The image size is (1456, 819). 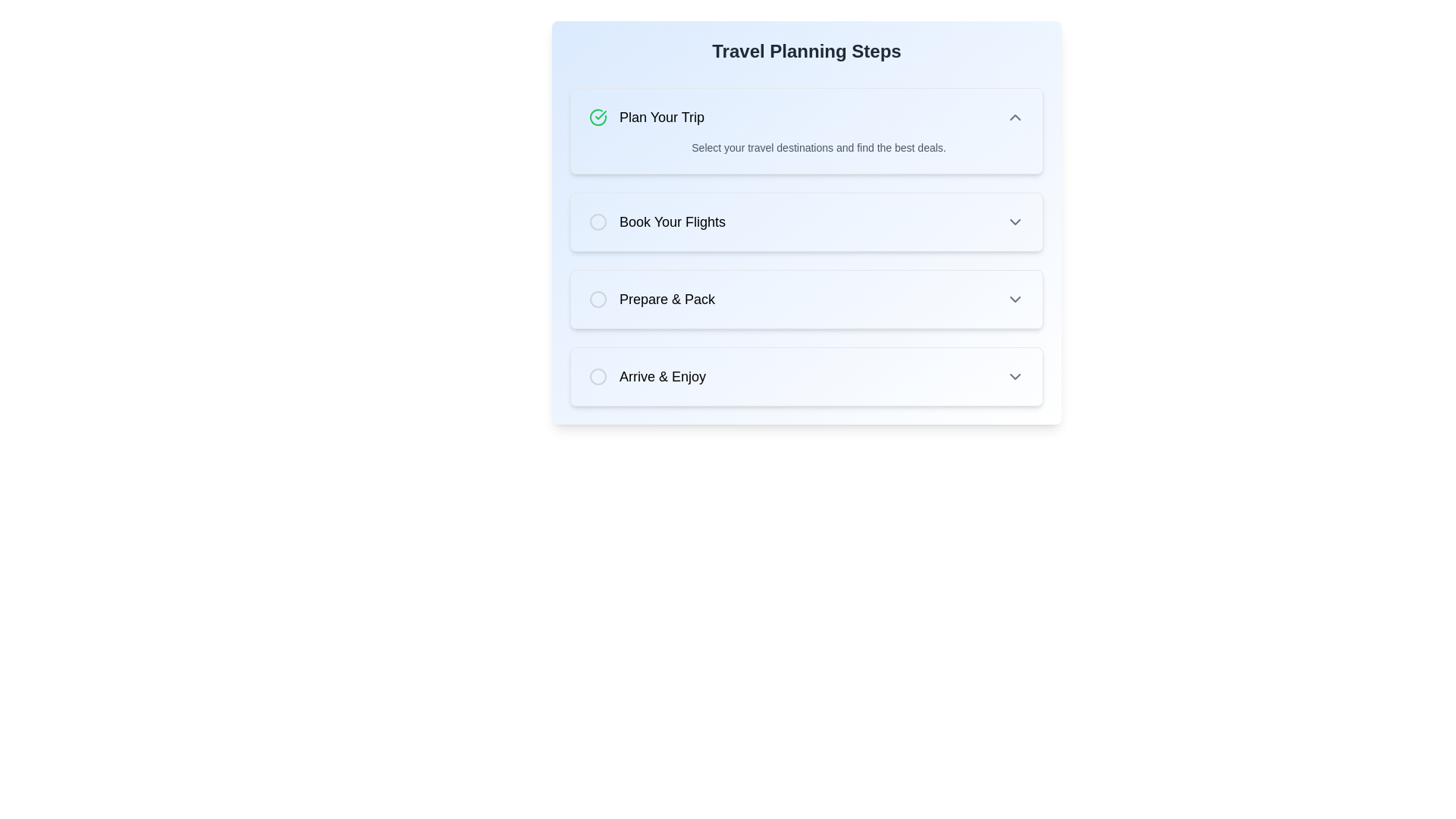 I want to click on the 'Book Your Flights' label with a circular icon, which is the second card in a vertical list below 'Plan Your Trip' and above 'Prepare & Pack', so click(x=657, y=222).